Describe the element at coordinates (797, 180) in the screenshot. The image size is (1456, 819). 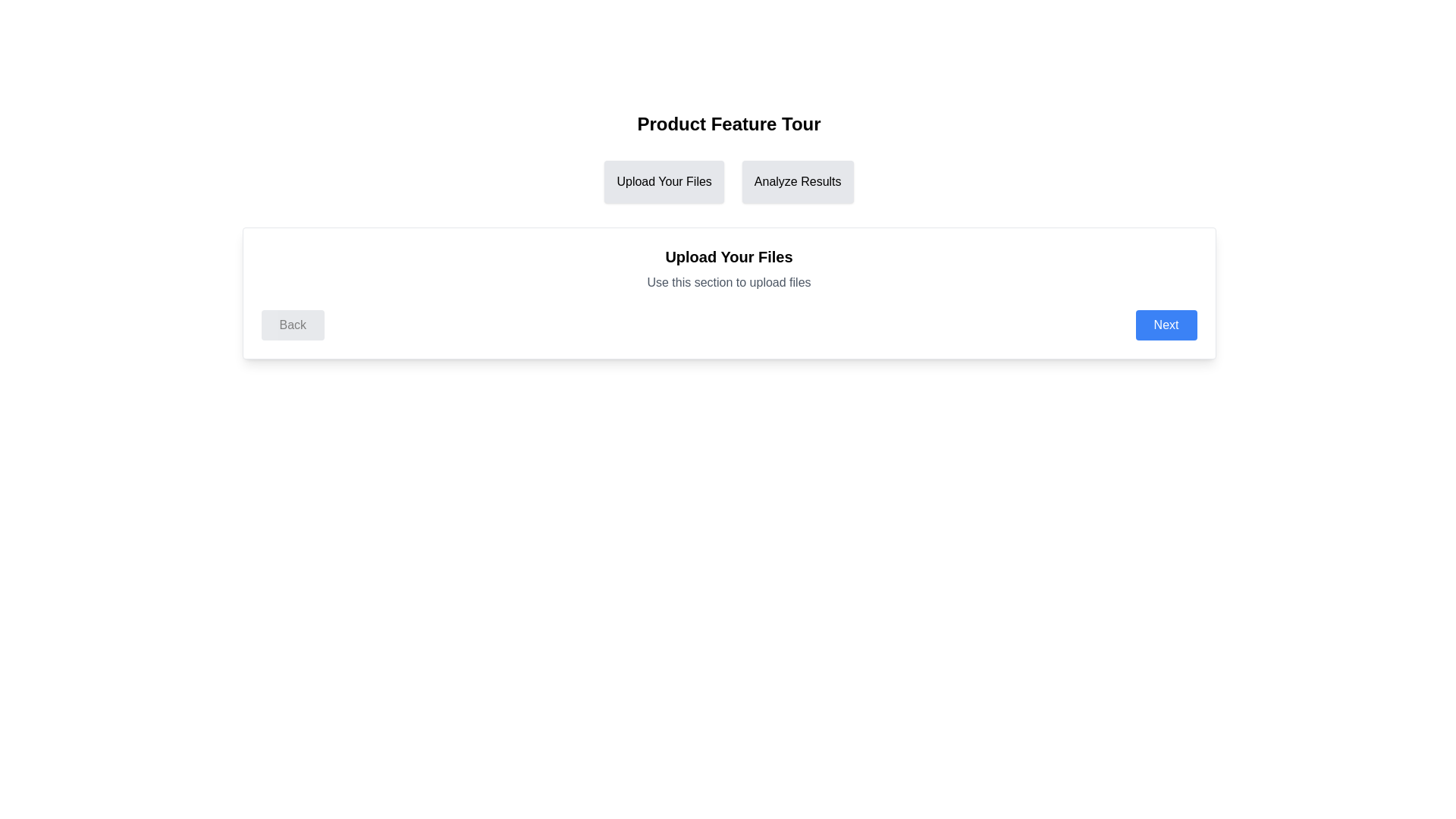
I see `the label that serves as an indicator for analyzing results, located to the right of the 'Upload Your Files' box and under the 'Product Feature Tour' title` at that location.